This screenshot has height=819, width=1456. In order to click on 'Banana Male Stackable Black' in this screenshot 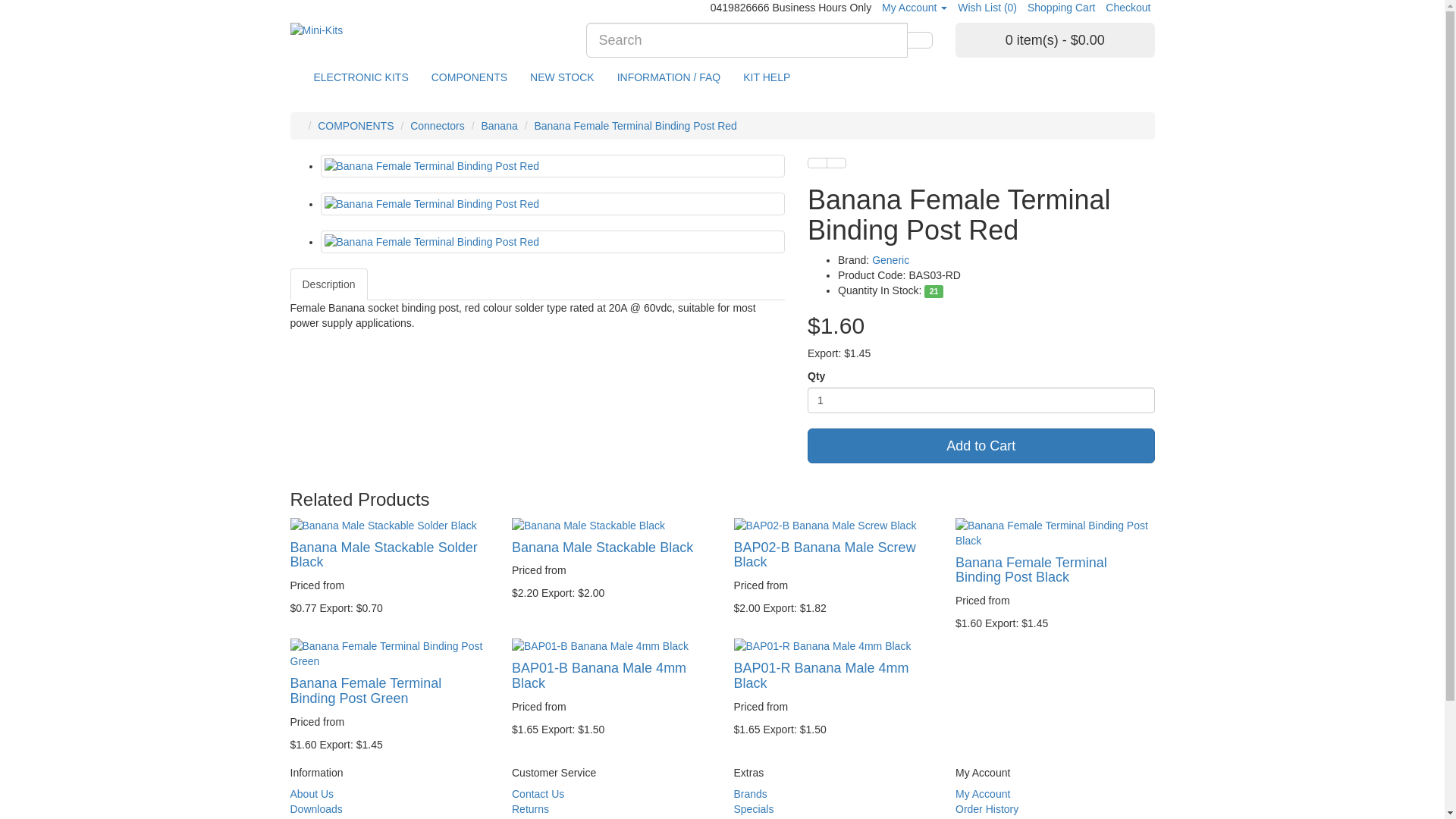, I will do `click(611, 525)`.